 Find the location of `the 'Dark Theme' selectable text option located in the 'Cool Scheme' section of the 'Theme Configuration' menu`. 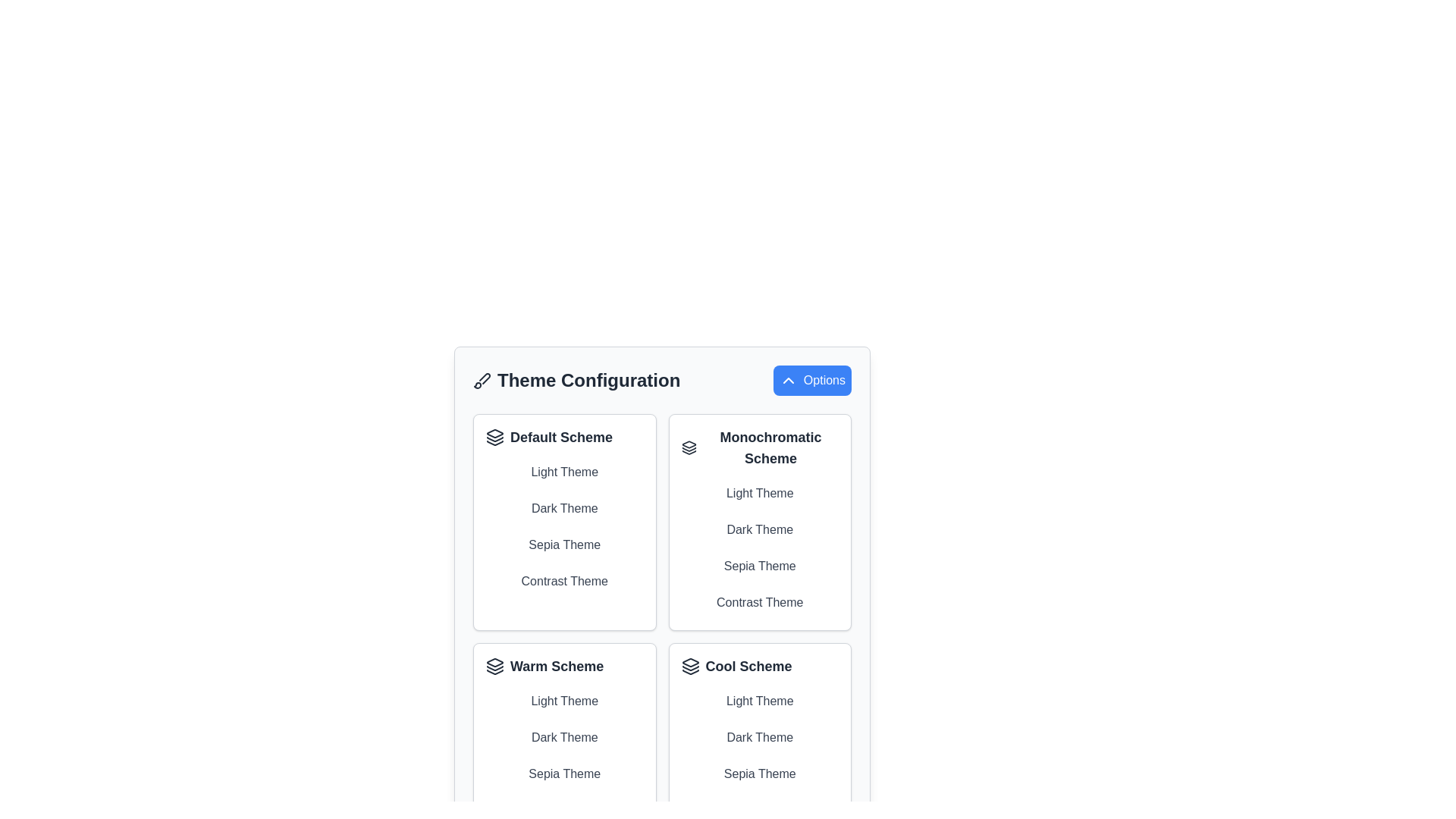

the 'Dark Theme' selectable text option located in the 'Cool Scheme' section of the 'Theme Configuration' menu is located at coordinates (760, 736).